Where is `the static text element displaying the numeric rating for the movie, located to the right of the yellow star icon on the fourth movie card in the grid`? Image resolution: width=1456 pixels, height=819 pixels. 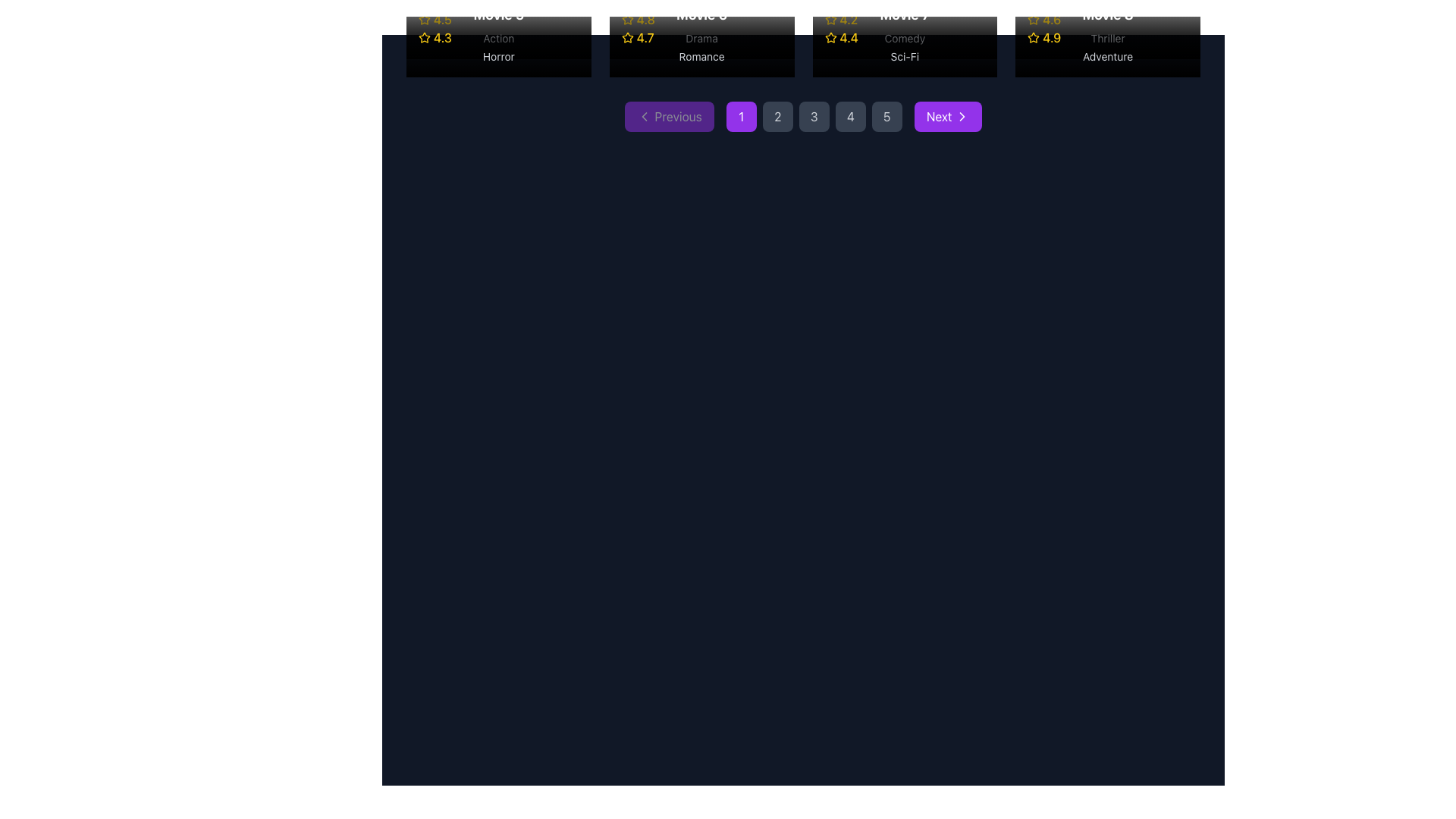
the static text element displaying the numeric rating for the movie, located to the right of the yellow star icon on the fourth movie card in the grid is located at coordinates (848, 37).